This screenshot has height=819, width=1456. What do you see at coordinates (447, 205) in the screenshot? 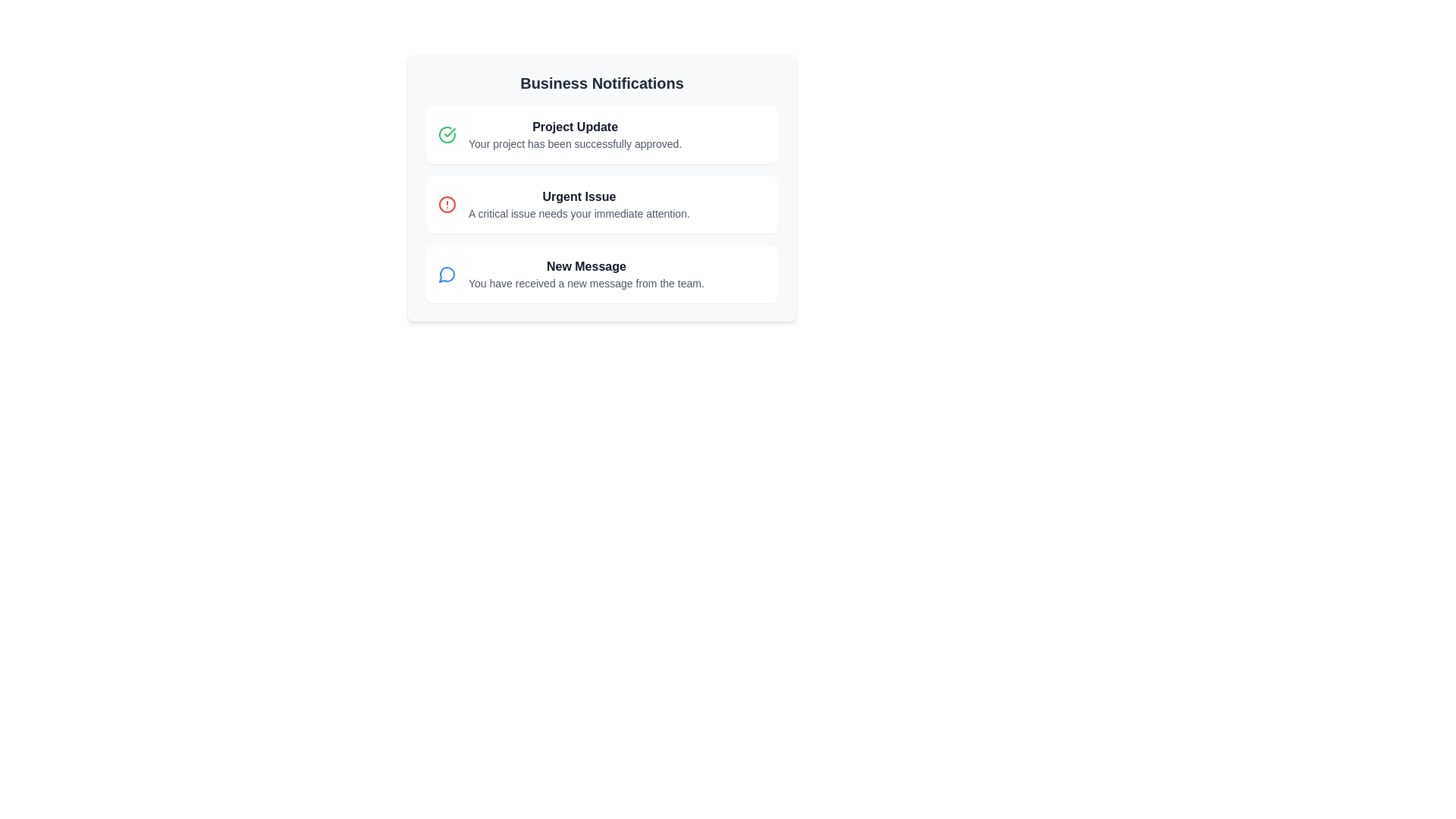
I see `the alert icon within the 'Urgent Issue' notification card, which serves as a visual indicator for an alert or warning` at bounding box center [447, 205].